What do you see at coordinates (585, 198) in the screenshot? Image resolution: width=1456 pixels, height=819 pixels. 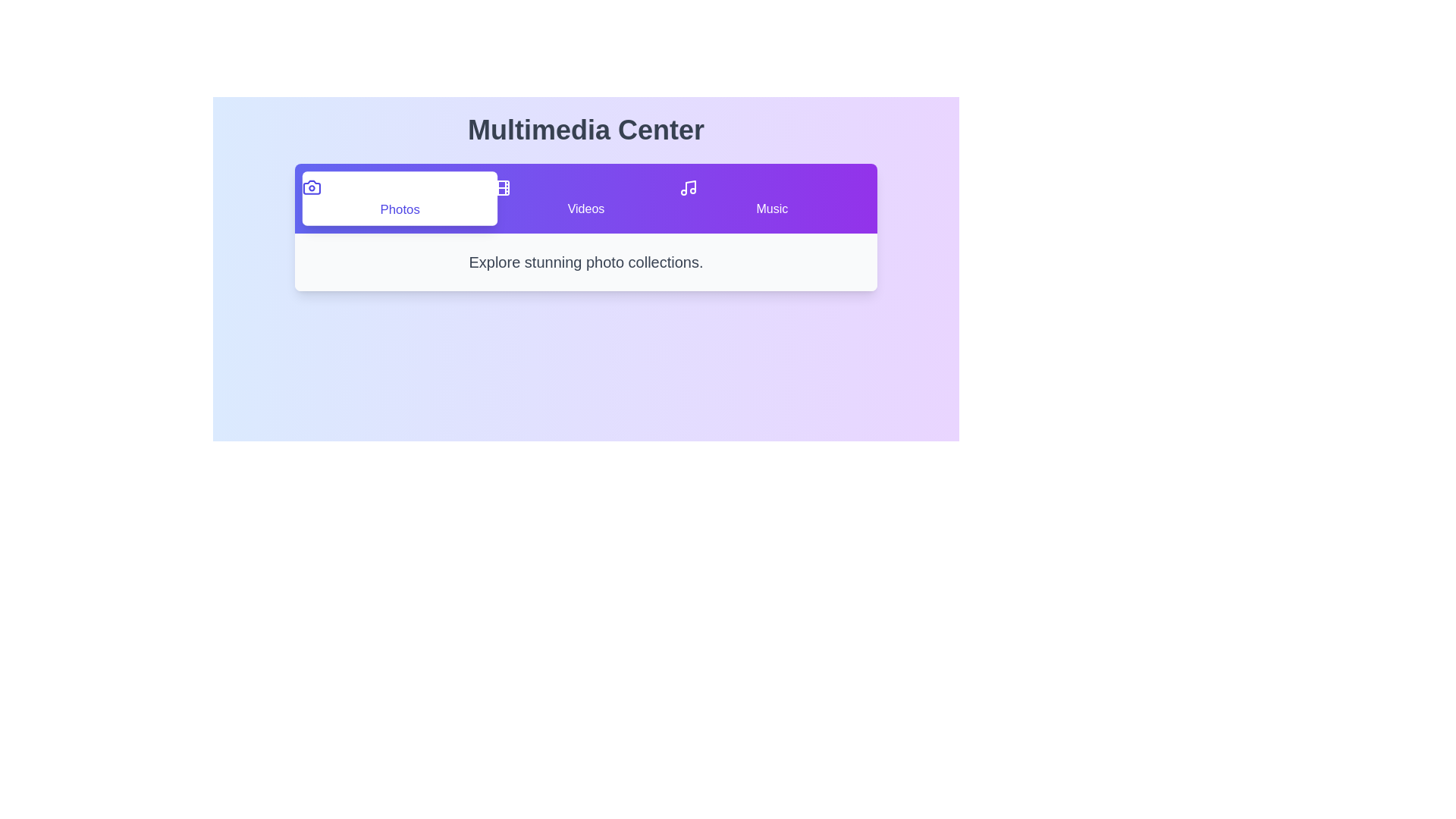 I see `the Videos tab by clicking on it` at bounding box center [585, 198].